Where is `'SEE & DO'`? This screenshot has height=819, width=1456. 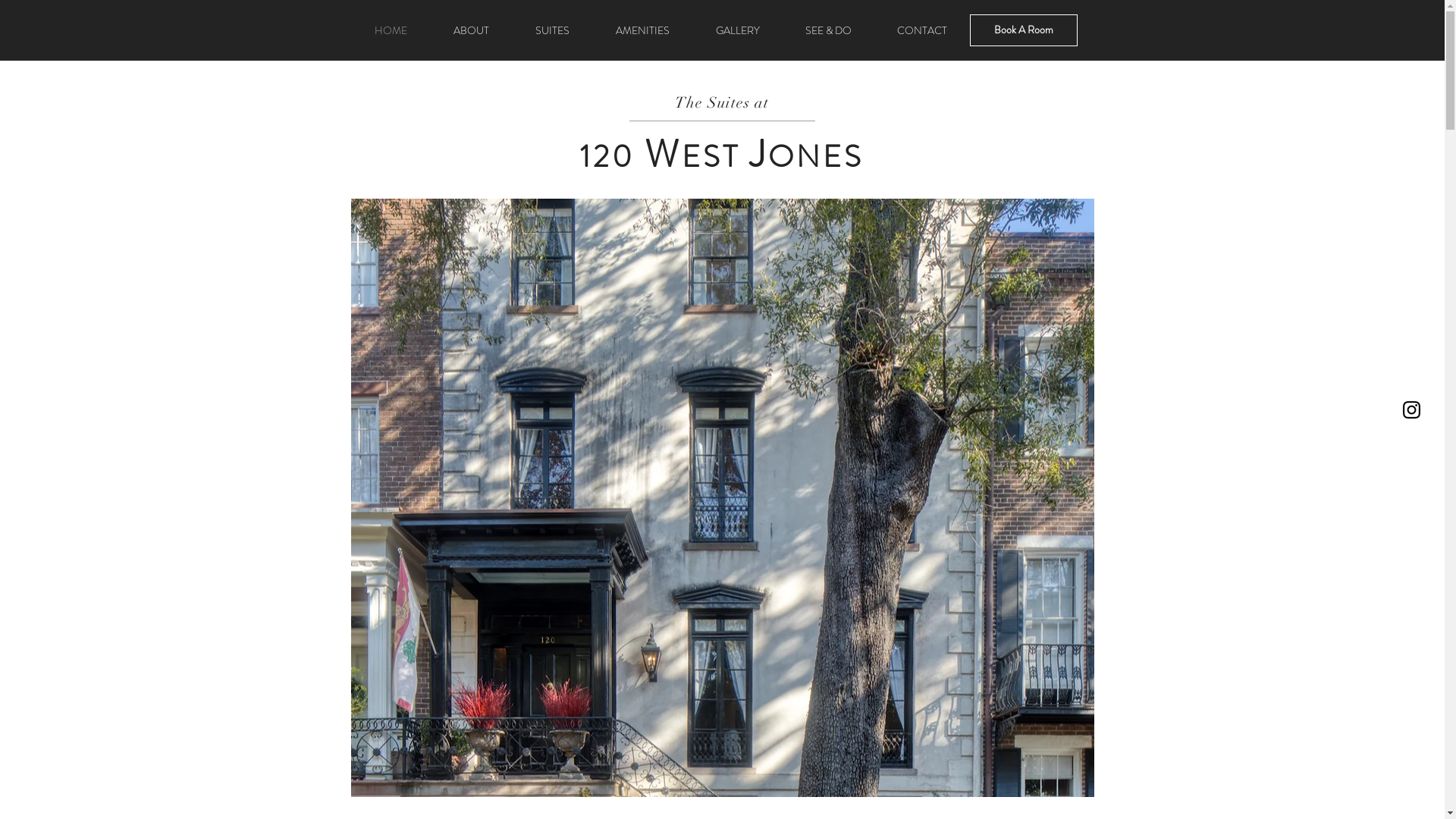
'SEE & DO' is located at coordinates (827, 30).